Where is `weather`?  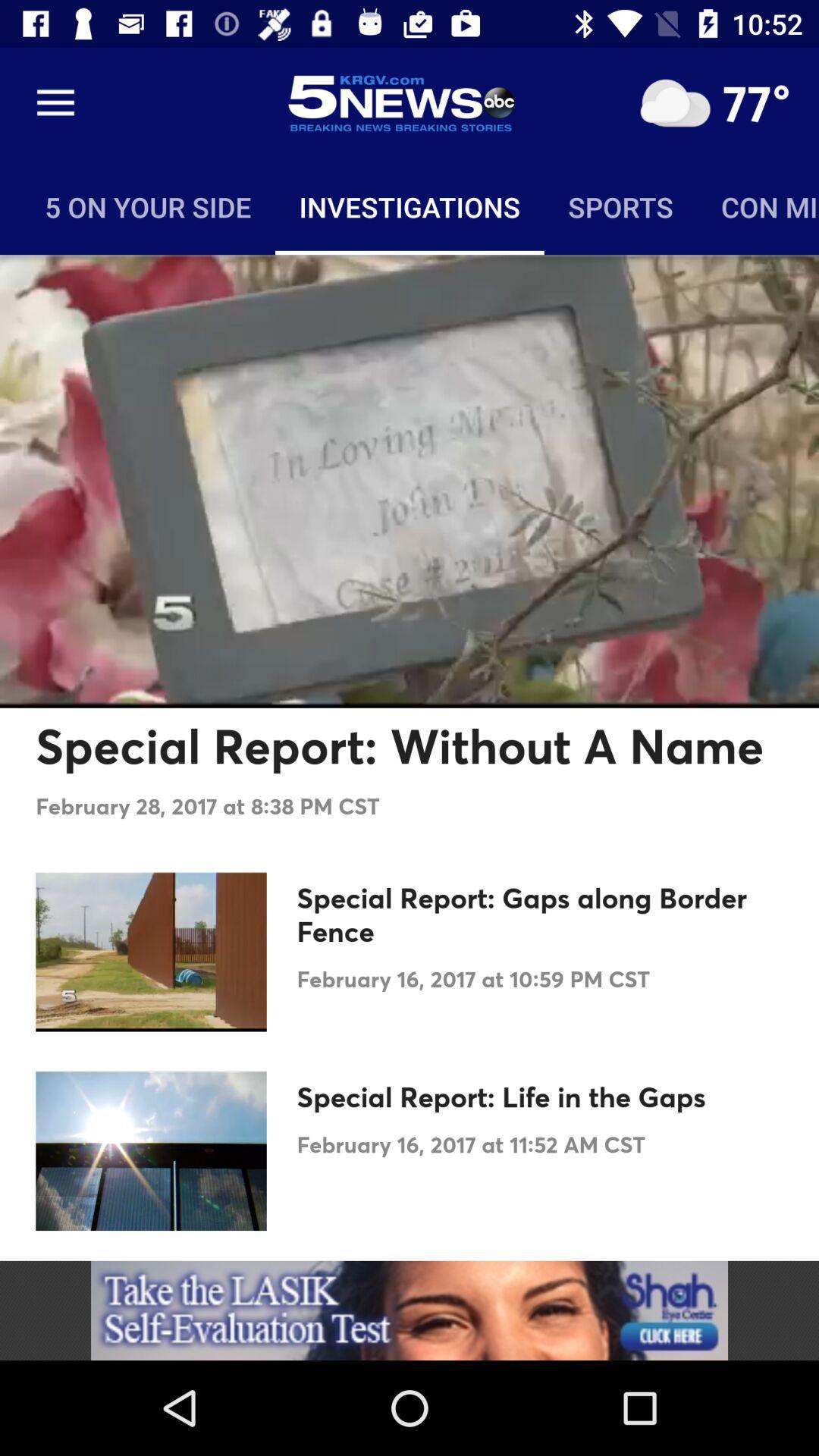
weather is located at coordinates (674, 102).